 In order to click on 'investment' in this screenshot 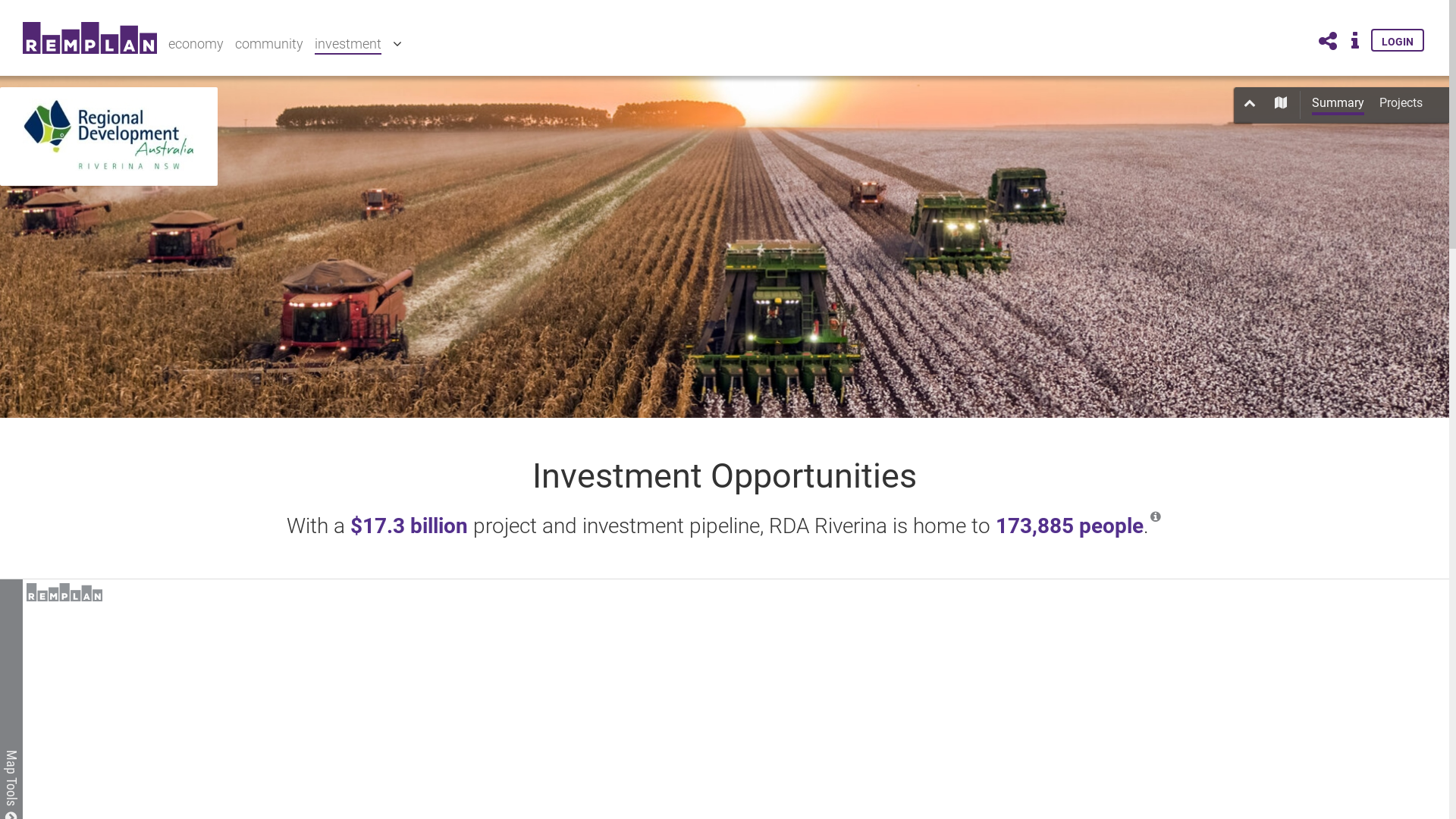, I will do `click(347, 44)`.